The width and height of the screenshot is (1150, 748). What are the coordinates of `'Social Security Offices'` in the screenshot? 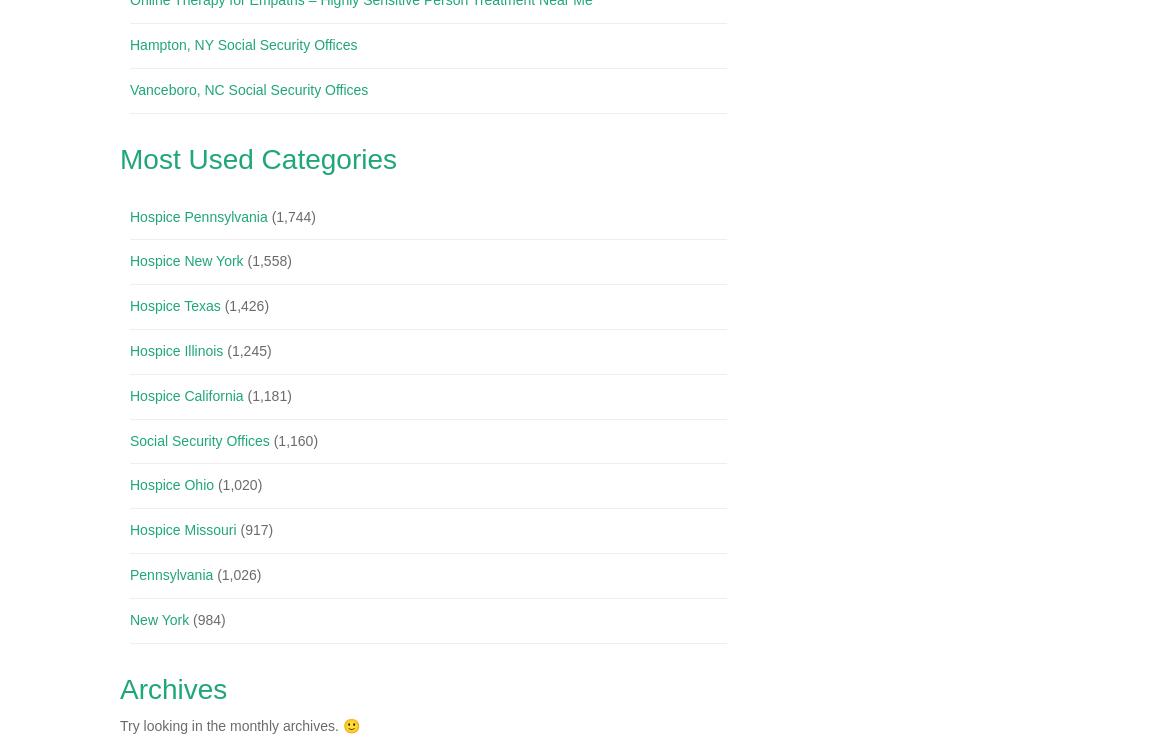 It's located at (198, 438).